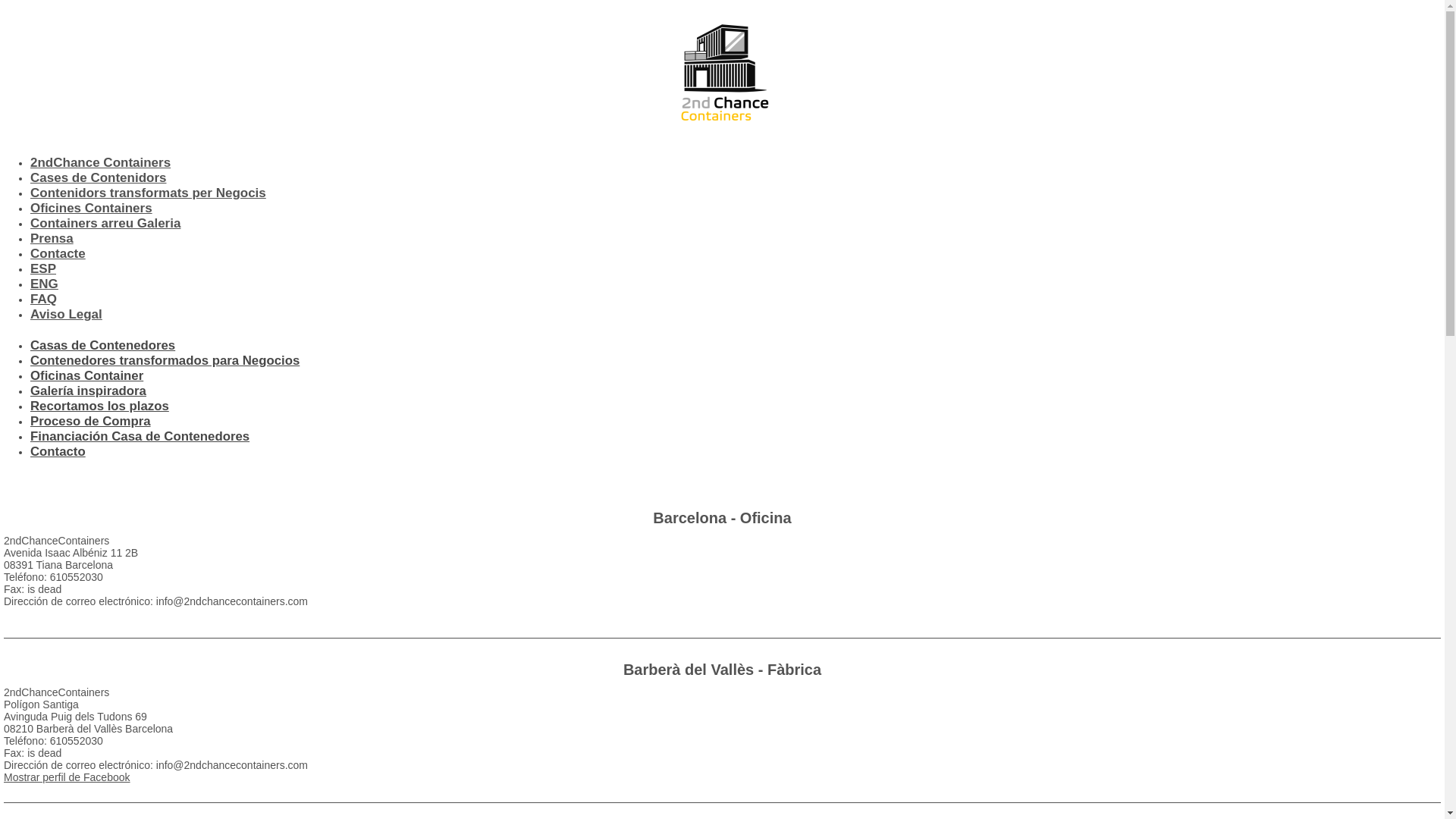 The width and height of the screenshot is (1456, 819). Describe the element at coordinates (148, 192) in the screenshot. I see `'Contenidors transformats per Negocis'` at that location.